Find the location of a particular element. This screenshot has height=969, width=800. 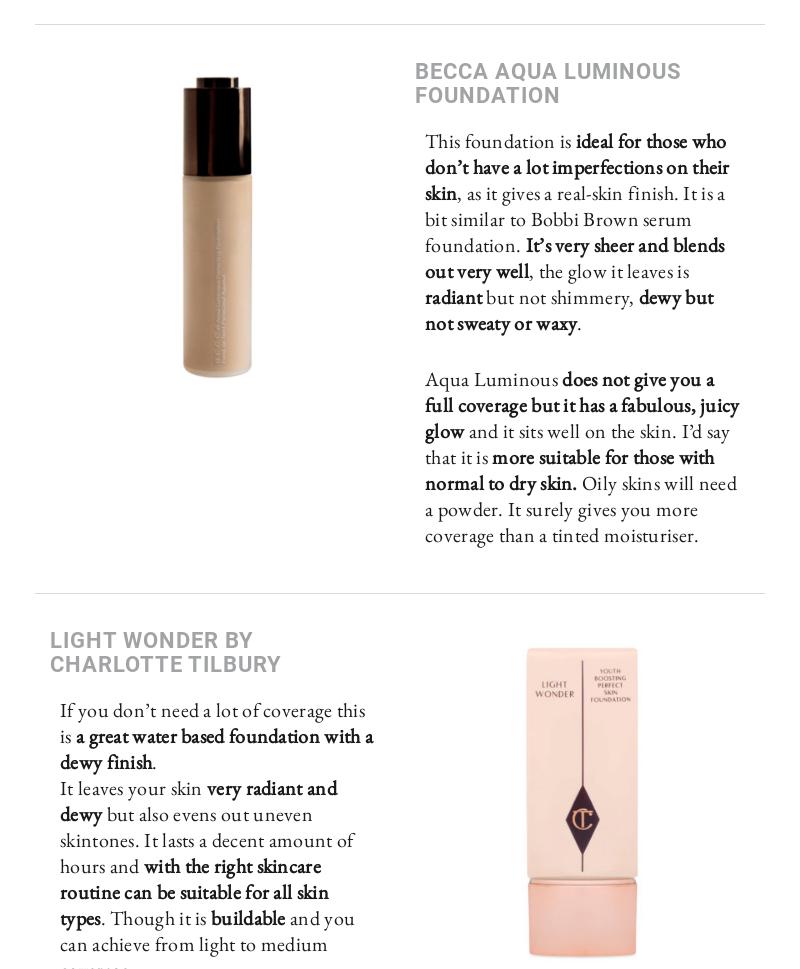

'dewy but not sweaty or waxy' is located at coordinates (567, 308).